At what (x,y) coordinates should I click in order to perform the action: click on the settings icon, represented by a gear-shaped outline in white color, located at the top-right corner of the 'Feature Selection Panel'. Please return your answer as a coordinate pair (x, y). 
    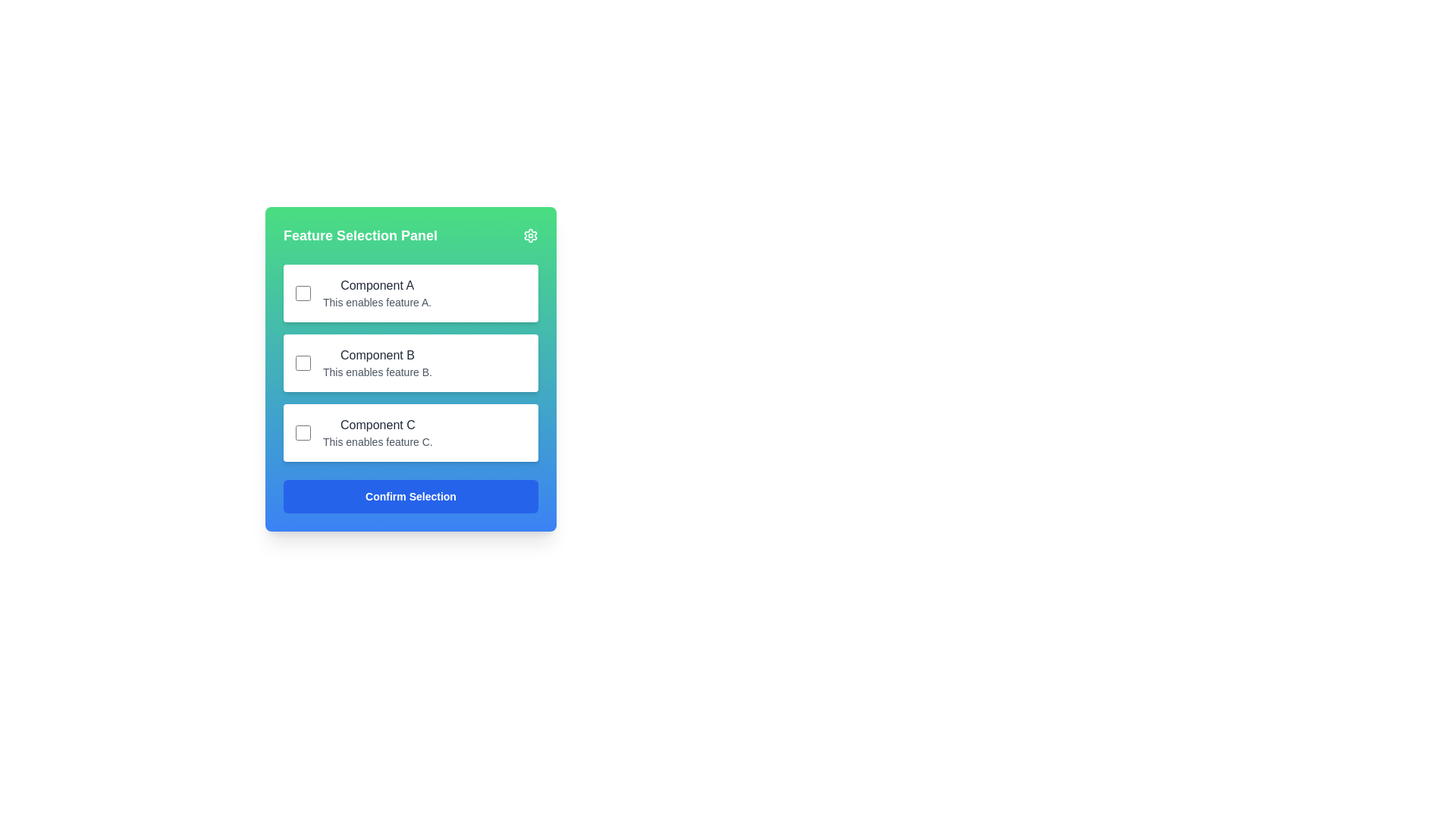
    Looking at the image, I should click on (531, 236).